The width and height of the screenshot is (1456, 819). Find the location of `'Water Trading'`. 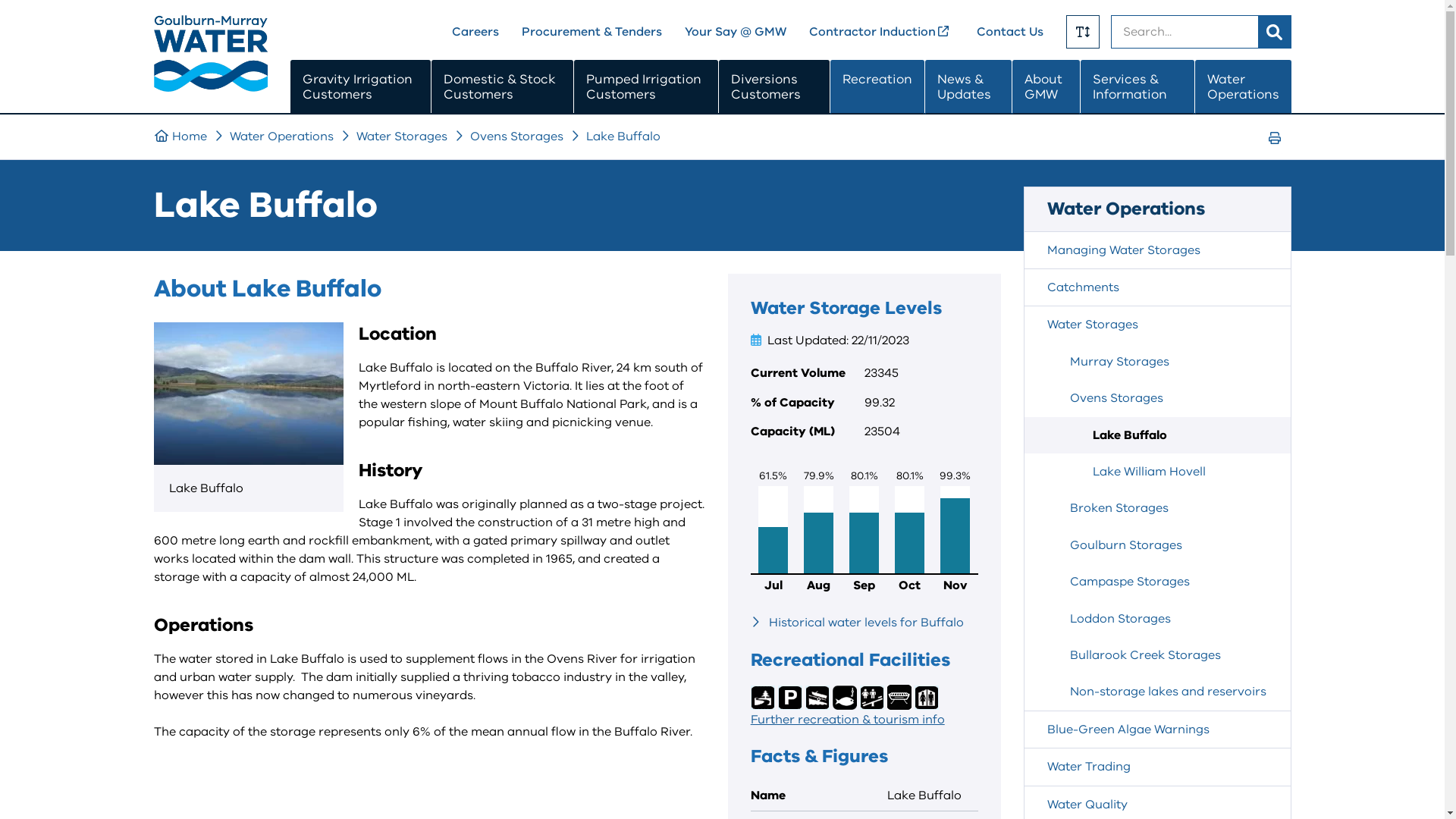

'Water Trading' is located at coordinates (1156, 766).